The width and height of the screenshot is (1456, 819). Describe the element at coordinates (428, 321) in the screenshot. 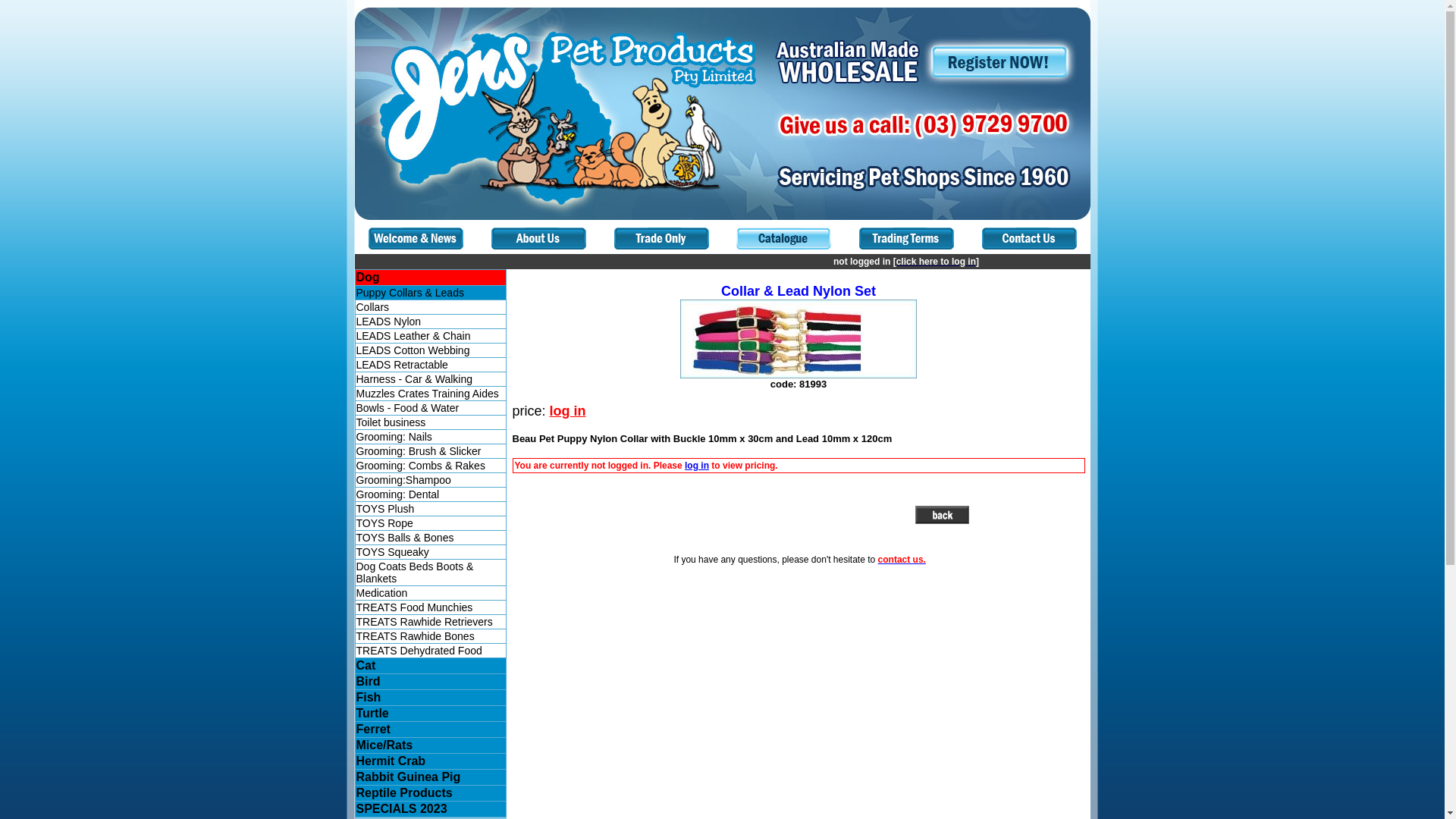

I see `'LEADS Nylon'` at that location.